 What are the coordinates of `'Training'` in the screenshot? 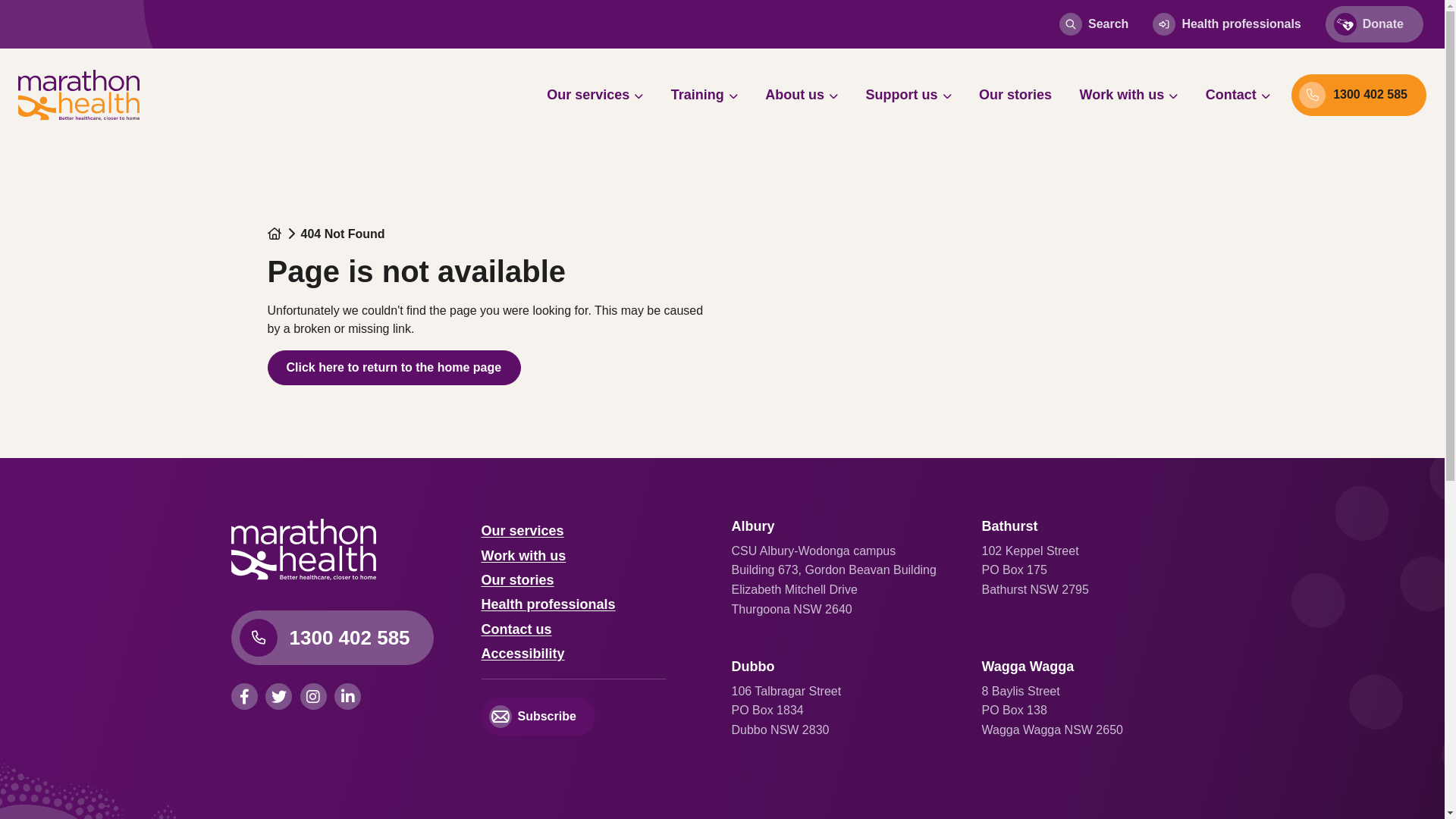 It's located at (658, 94).